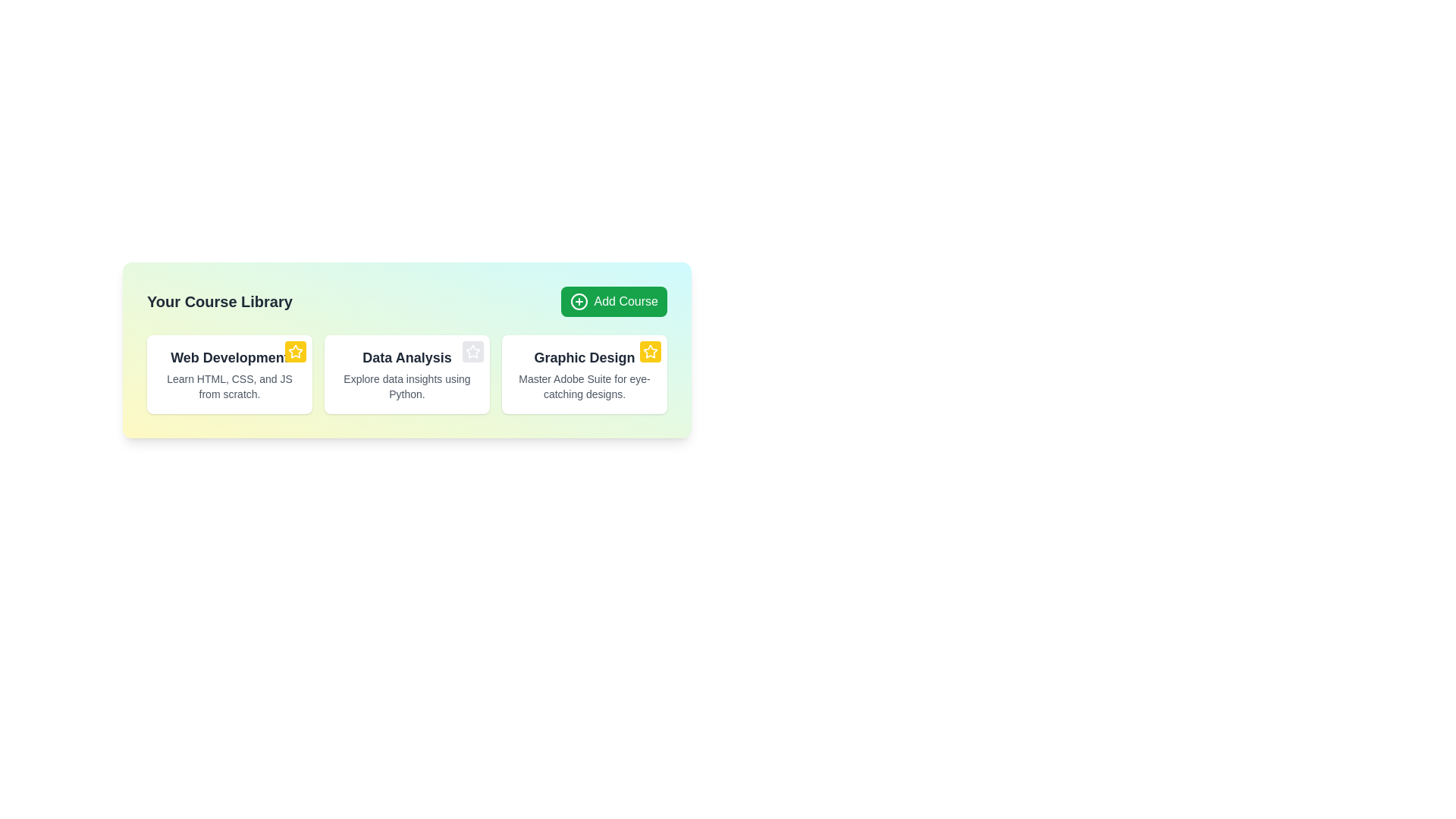  What do you see at coordinates (584, 357) in the screenshot?
I see `the 'Graphic Design' course title text label located at the top-left of the card-like structure` at bounding box center [584, 357].